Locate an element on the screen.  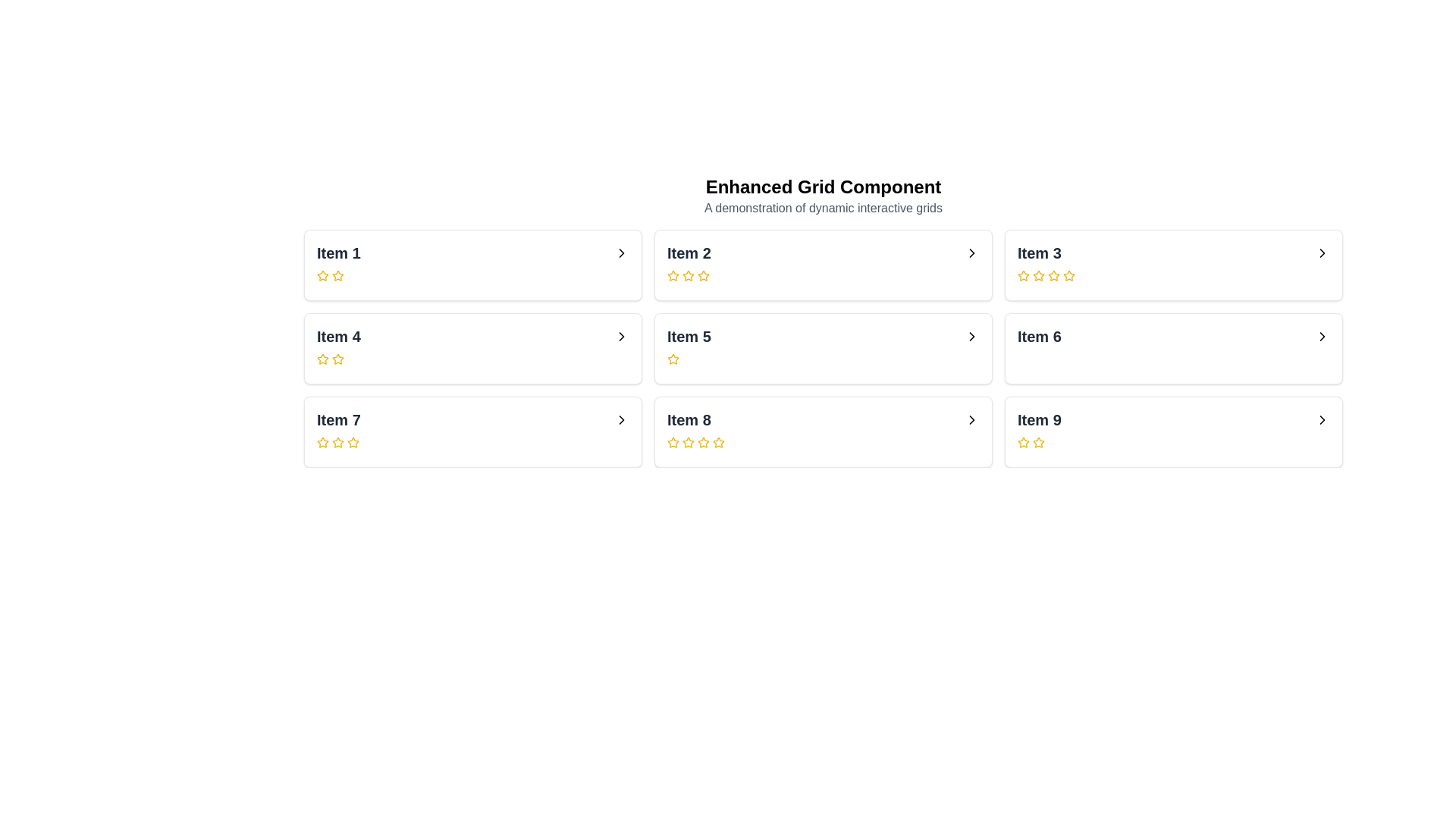
the second star icon is located at coordinates (1068, 275).